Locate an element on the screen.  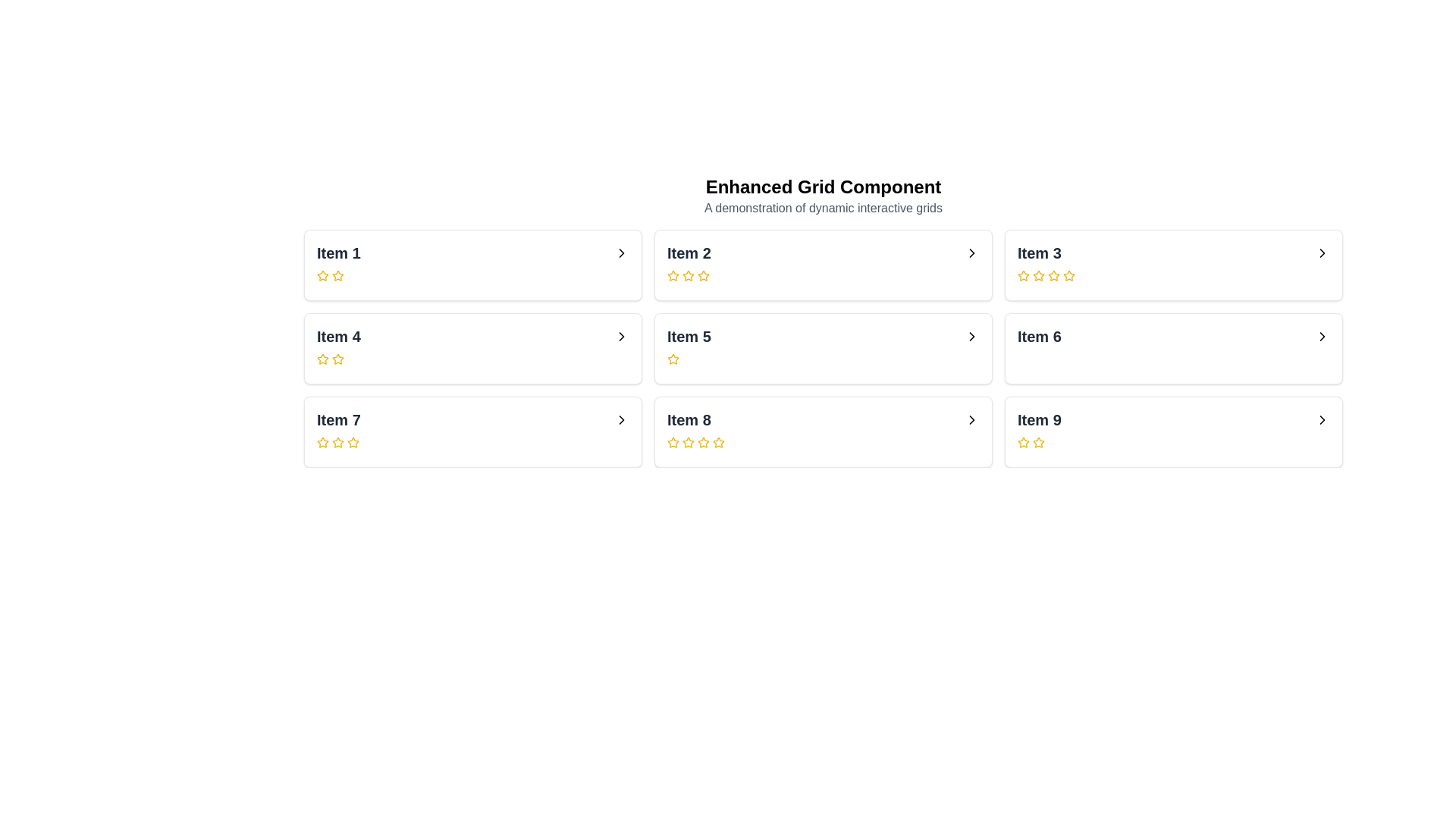
the second star icon is located at coordinates (1068, 275).